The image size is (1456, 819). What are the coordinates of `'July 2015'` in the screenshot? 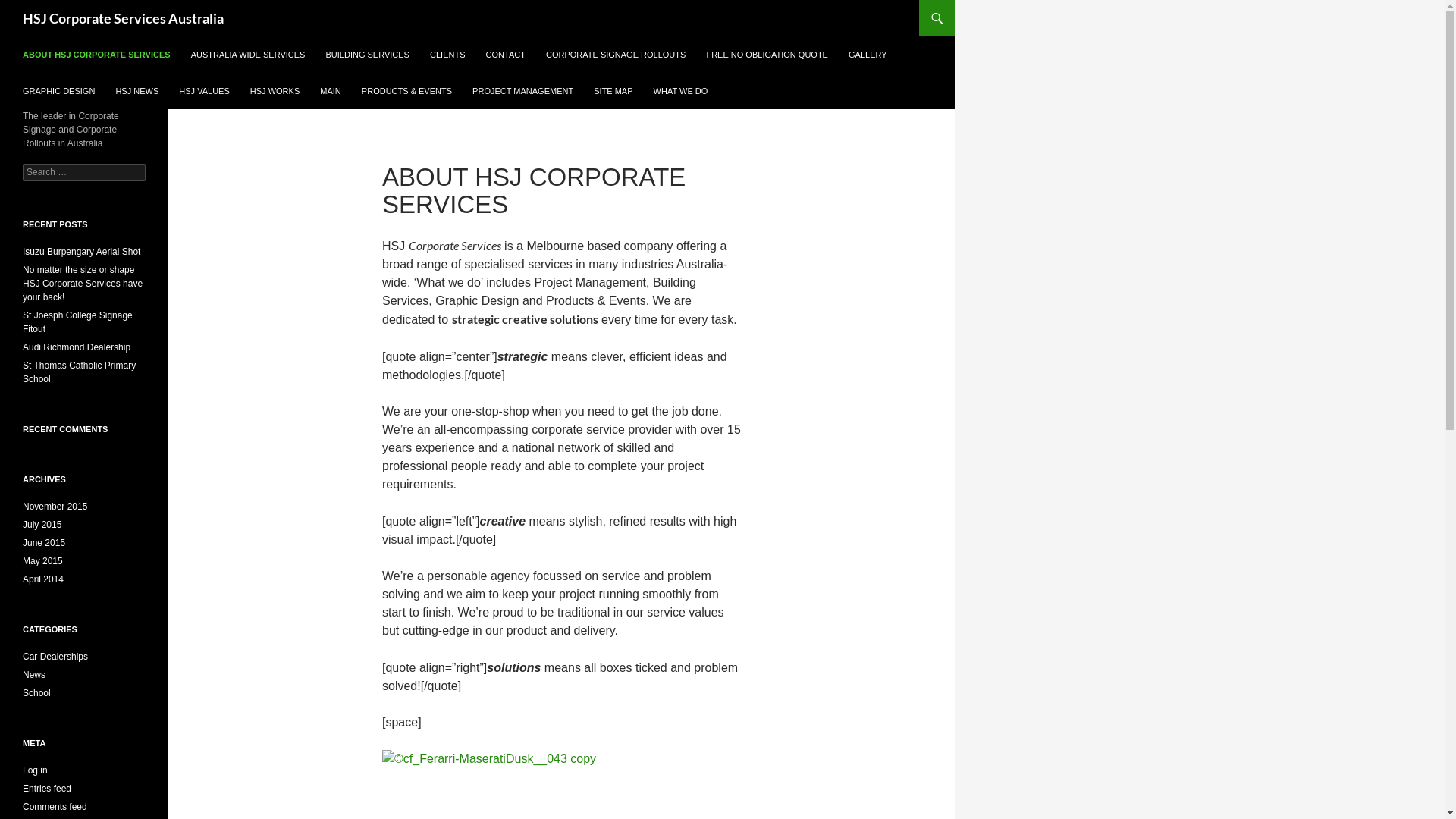 It's located at (42, 523).